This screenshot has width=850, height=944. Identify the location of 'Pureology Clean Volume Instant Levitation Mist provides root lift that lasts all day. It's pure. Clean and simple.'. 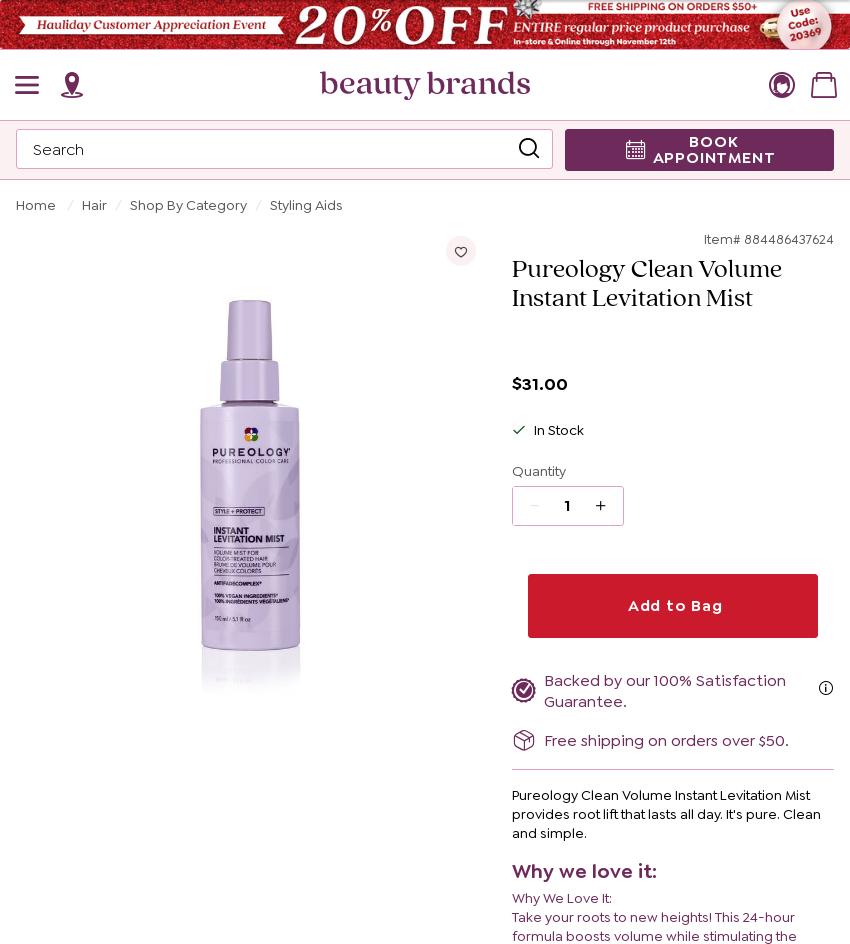
(510, 811).